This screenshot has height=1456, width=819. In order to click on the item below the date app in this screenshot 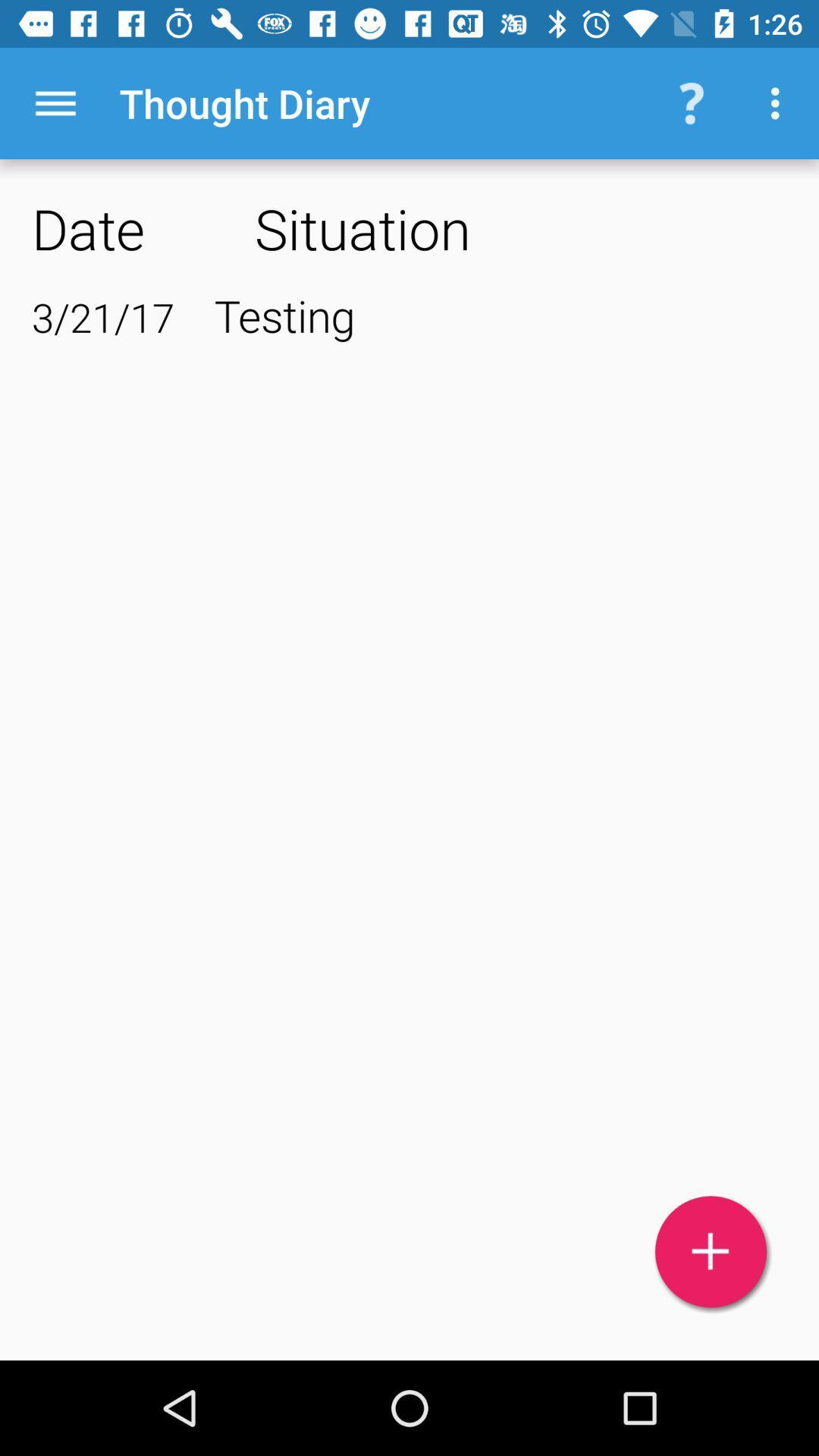, I will do `click(102, 316)`.